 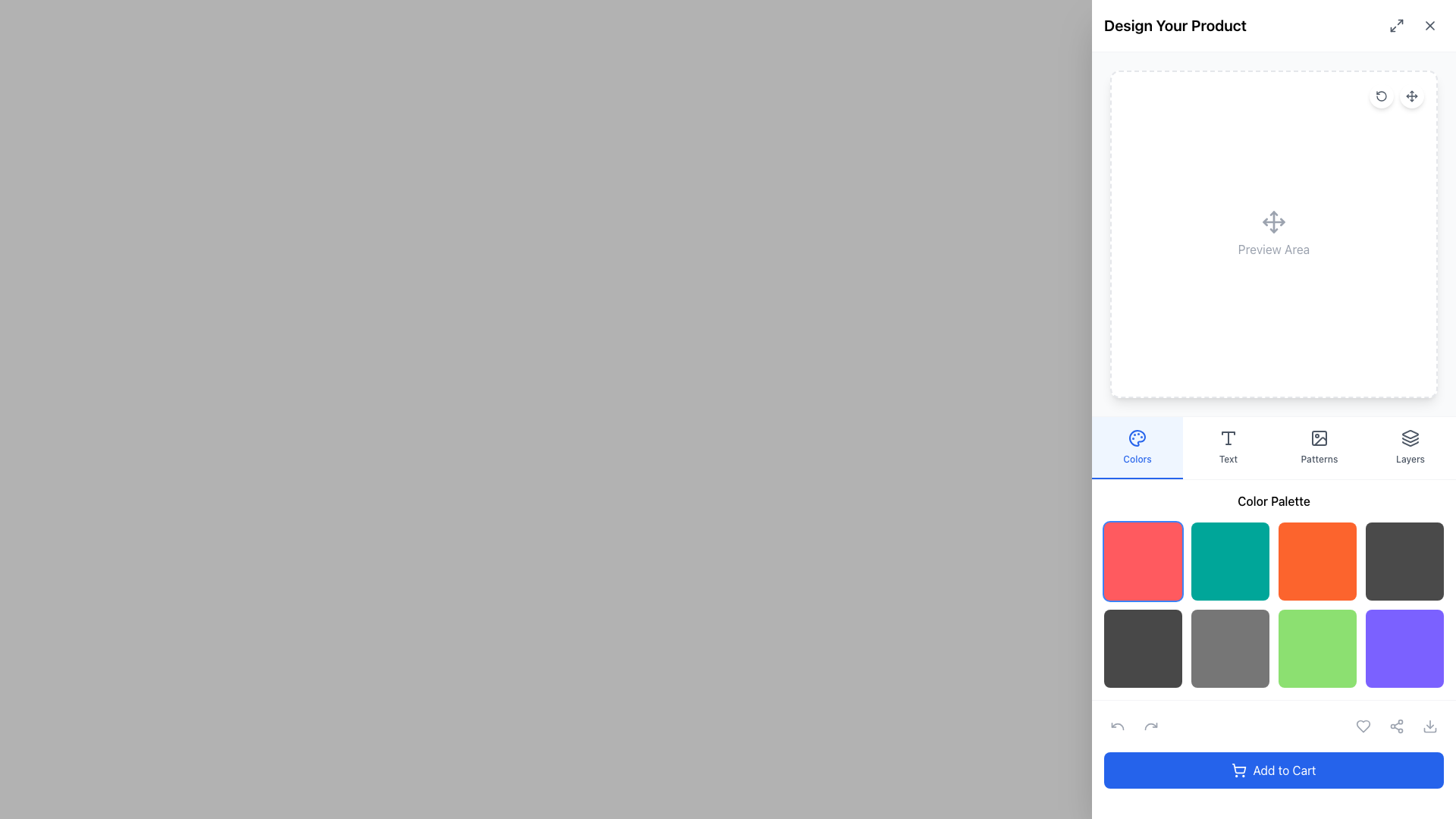 What do you see at coordinates (1137, 458) in the screenshot?
I see `the Text Label located below the color palette icon on the left-hand side of the interface, which serves as a descriptor for the section related to colors` at bounding box center [1137, 458].